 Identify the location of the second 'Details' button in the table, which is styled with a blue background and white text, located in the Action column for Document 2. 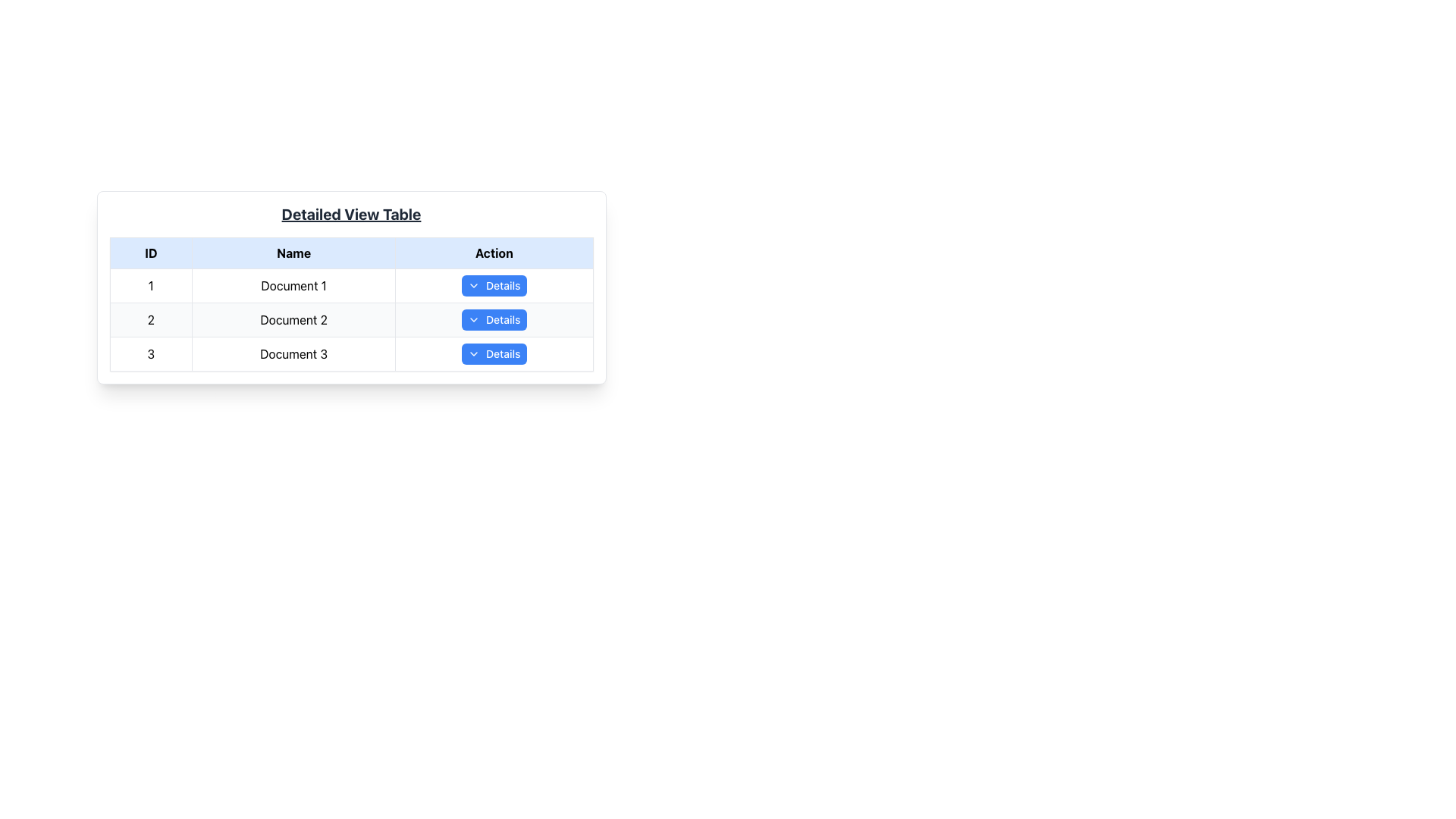
(494, 318).